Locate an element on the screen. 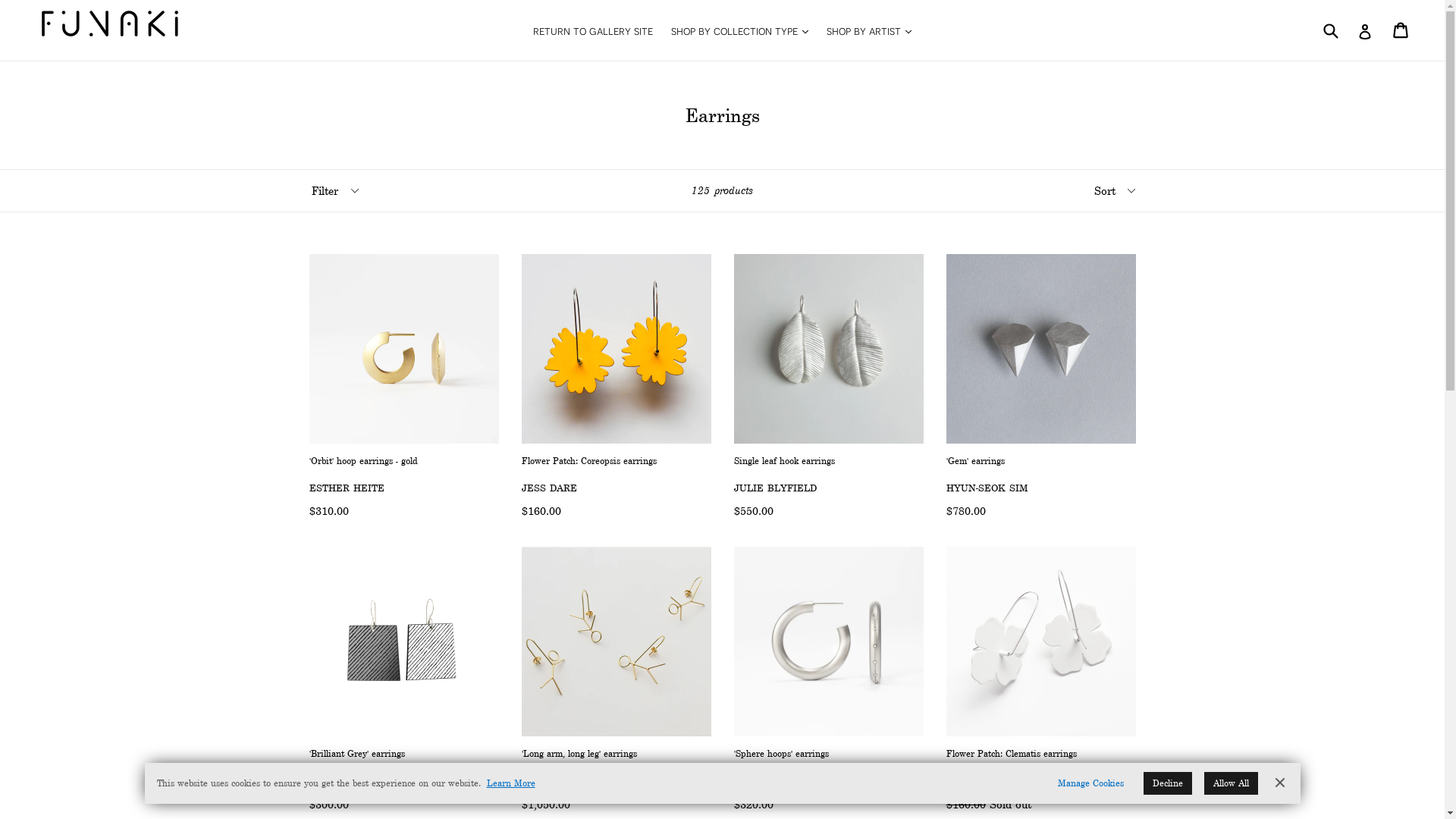 This screenshot has width=1456, height=819. 'Decline' is located at coordinates (1167, 783).